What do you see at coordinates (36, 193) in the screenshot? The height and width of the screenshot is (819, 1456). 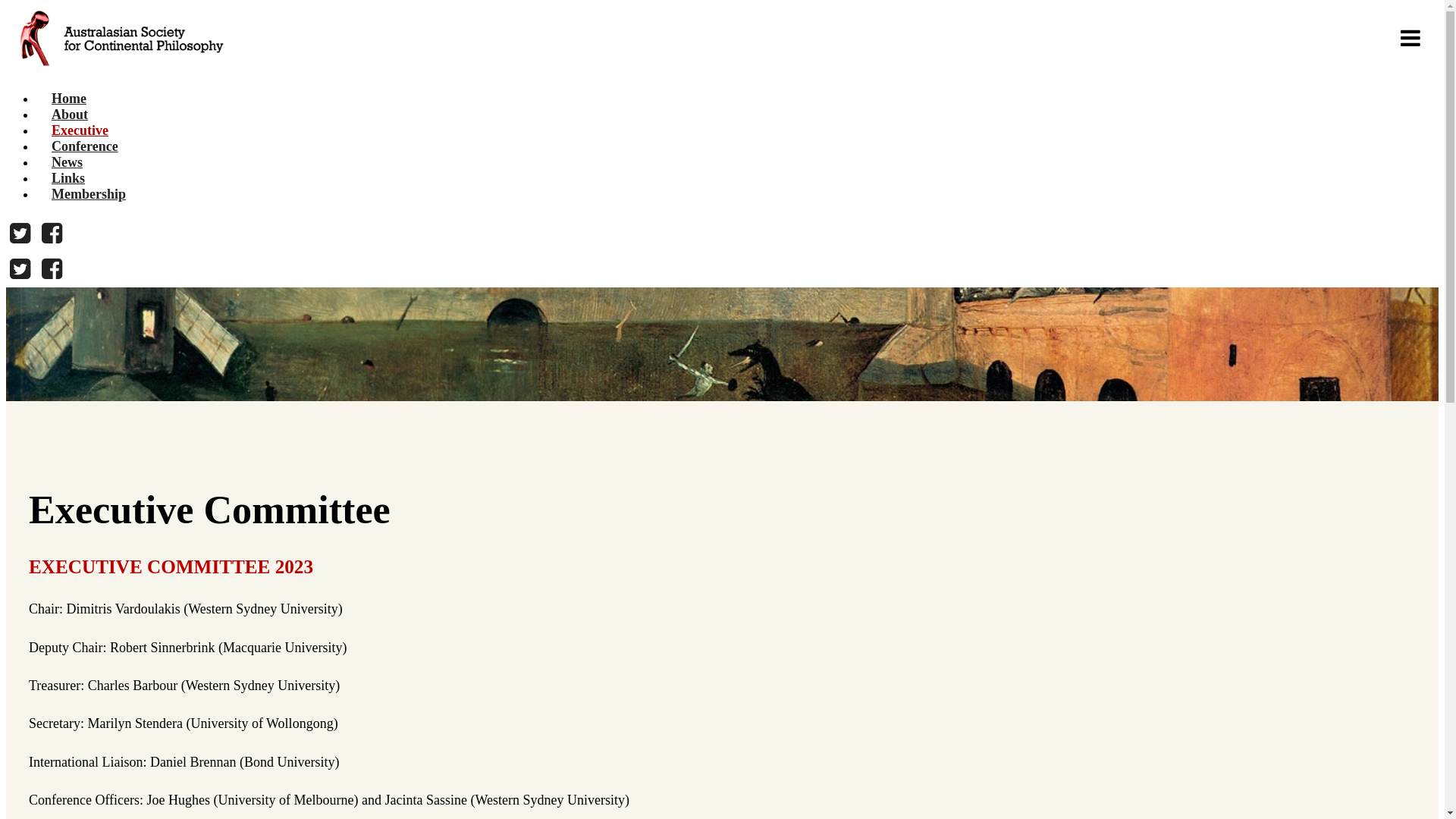 I see `'Membership'` at bounding box center [36, 193].